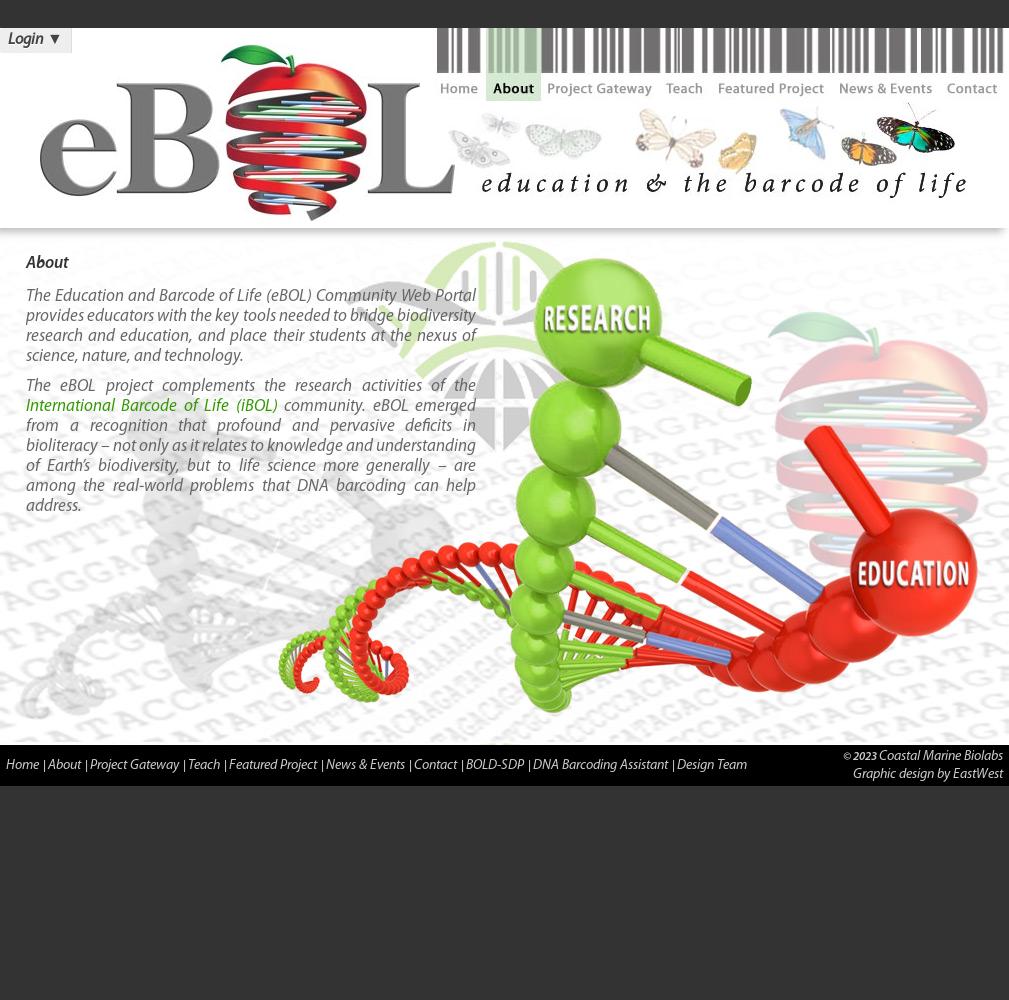 The image size is (1009, 1000). I want to click on 'Home', so click(21, 764).